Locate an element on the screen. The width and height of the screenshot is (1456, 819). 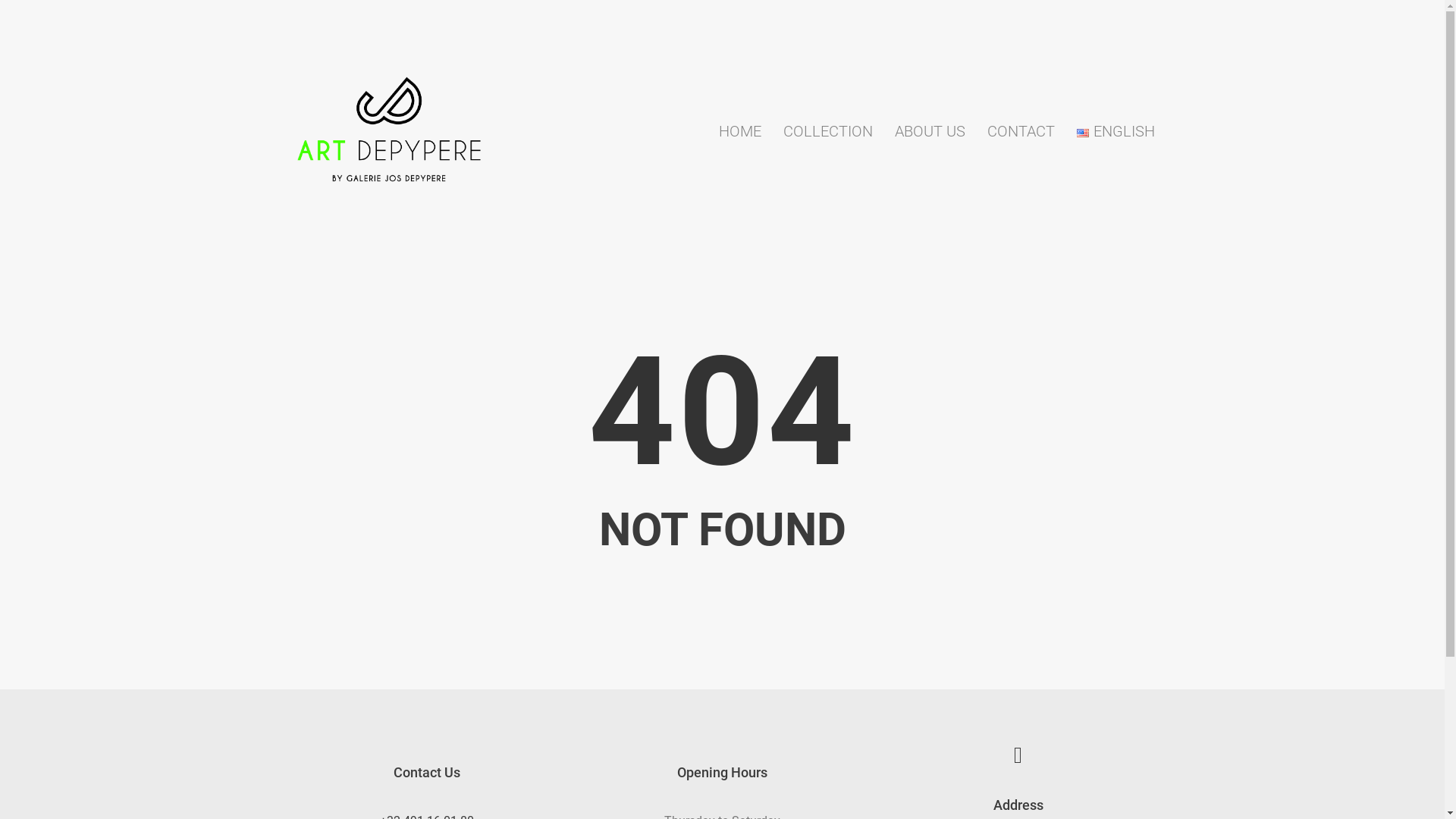
'HOME' is located at coordinates (739, 130).